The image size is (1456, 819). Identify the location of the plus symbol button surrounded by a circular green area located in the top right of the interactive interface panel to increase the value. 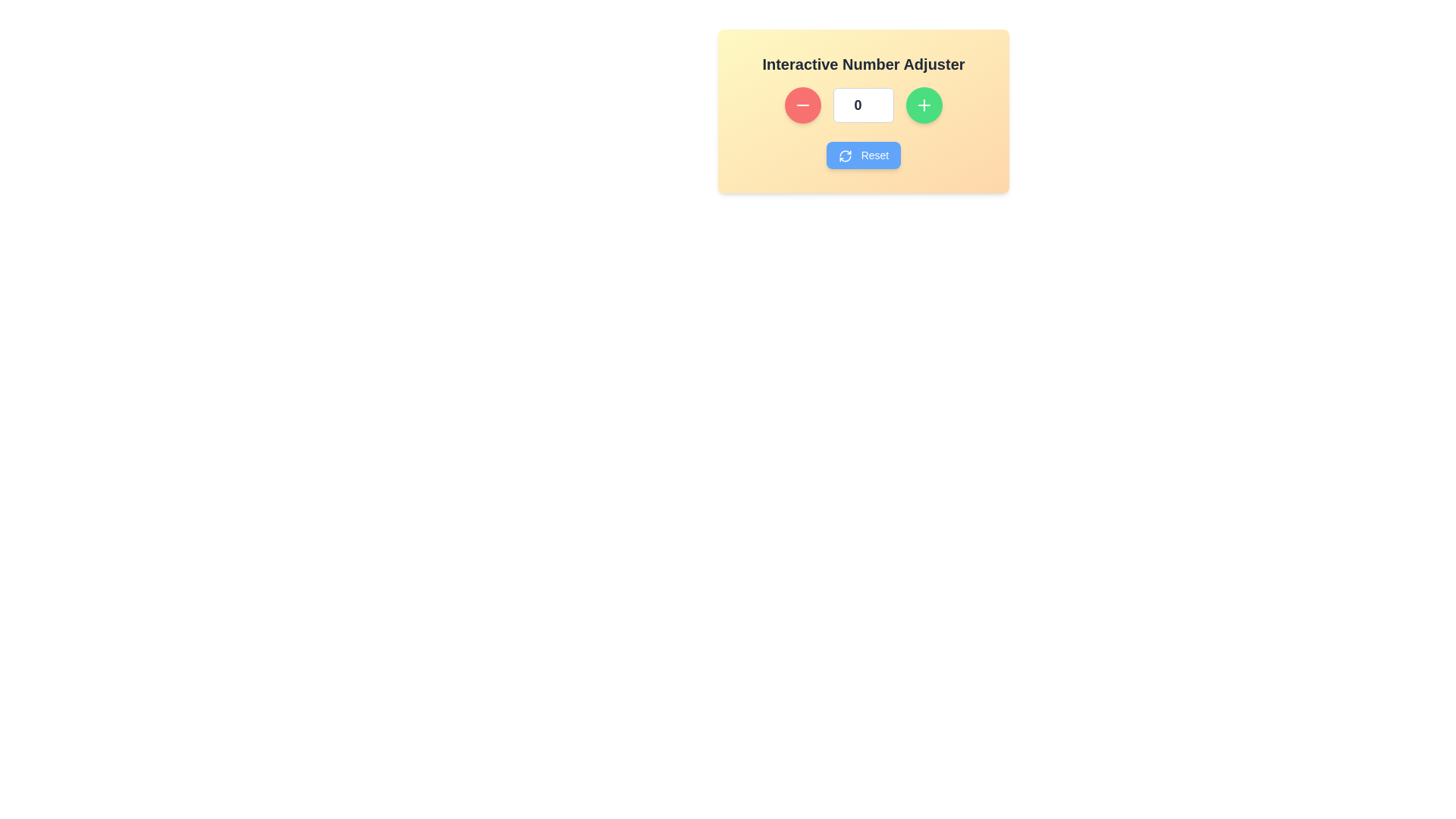
(924, 104).